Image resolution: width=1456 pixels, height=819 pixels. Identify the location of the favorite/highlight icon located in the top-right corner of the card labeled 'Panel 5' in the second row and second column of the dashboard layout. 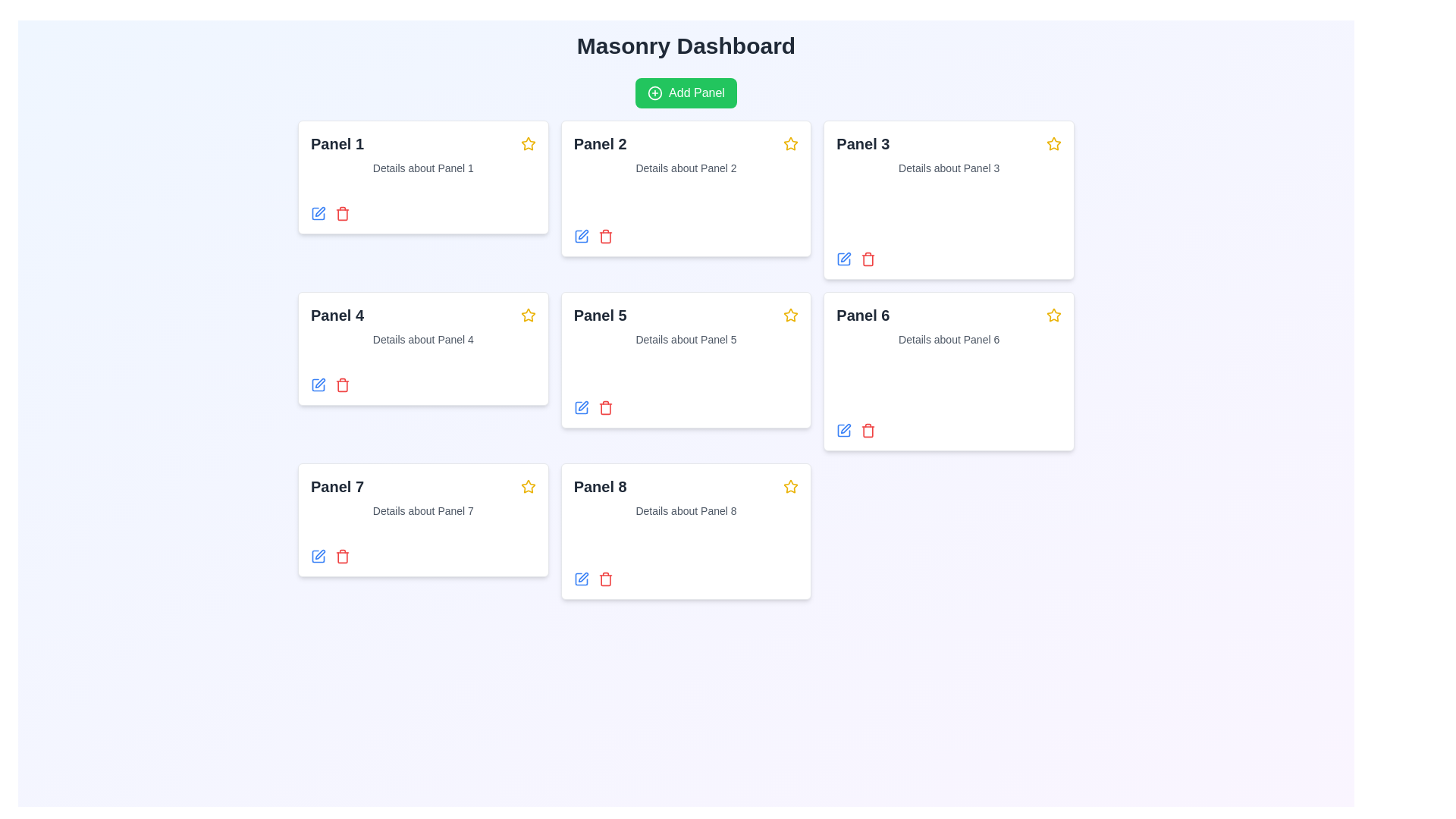
(790, 314).